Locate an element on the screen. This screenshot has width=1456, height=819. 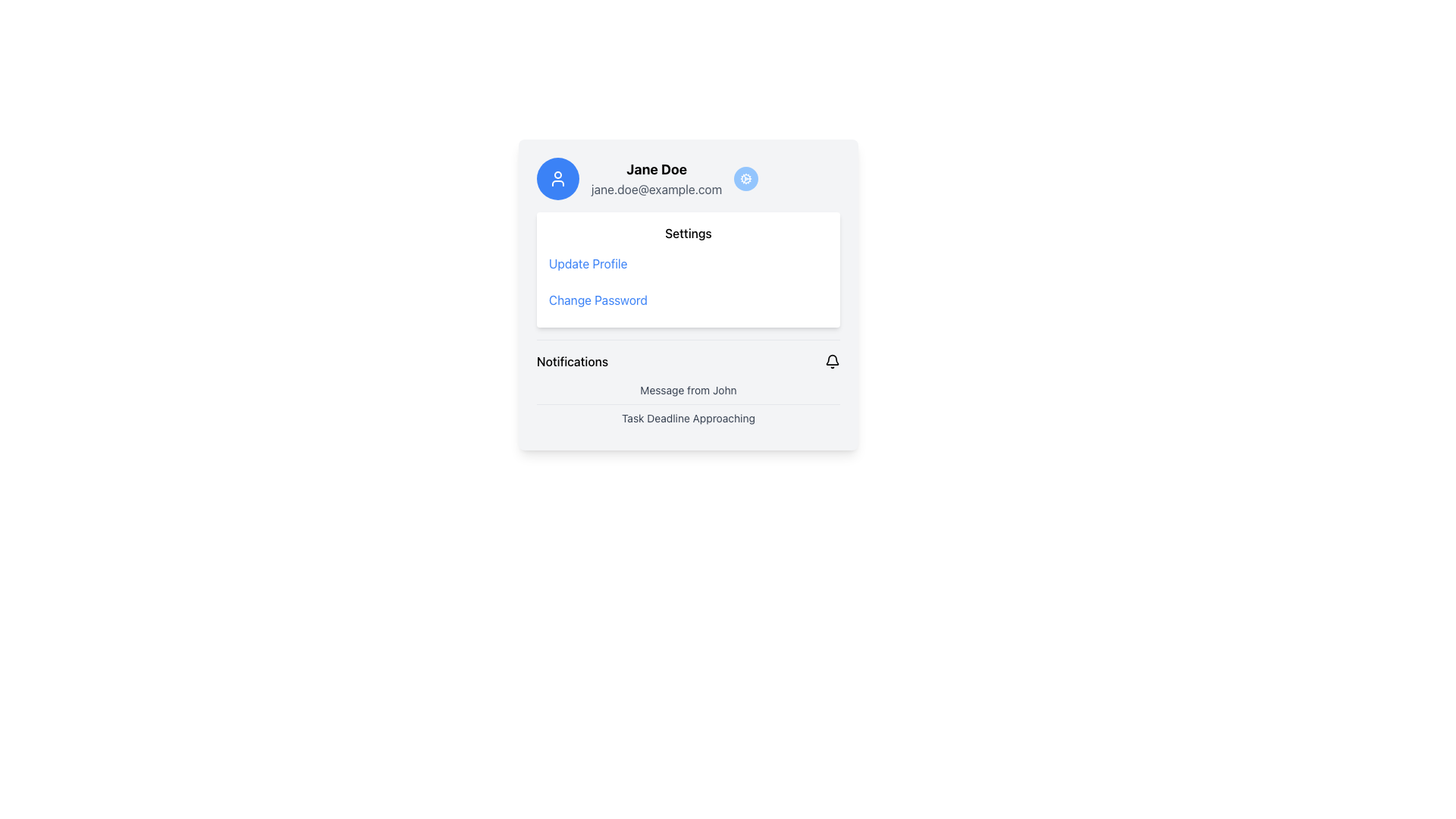
the 'Notifications' text label located within the profile card interface, positioned to the left of the bell icon is located at coordinates (572, 362).